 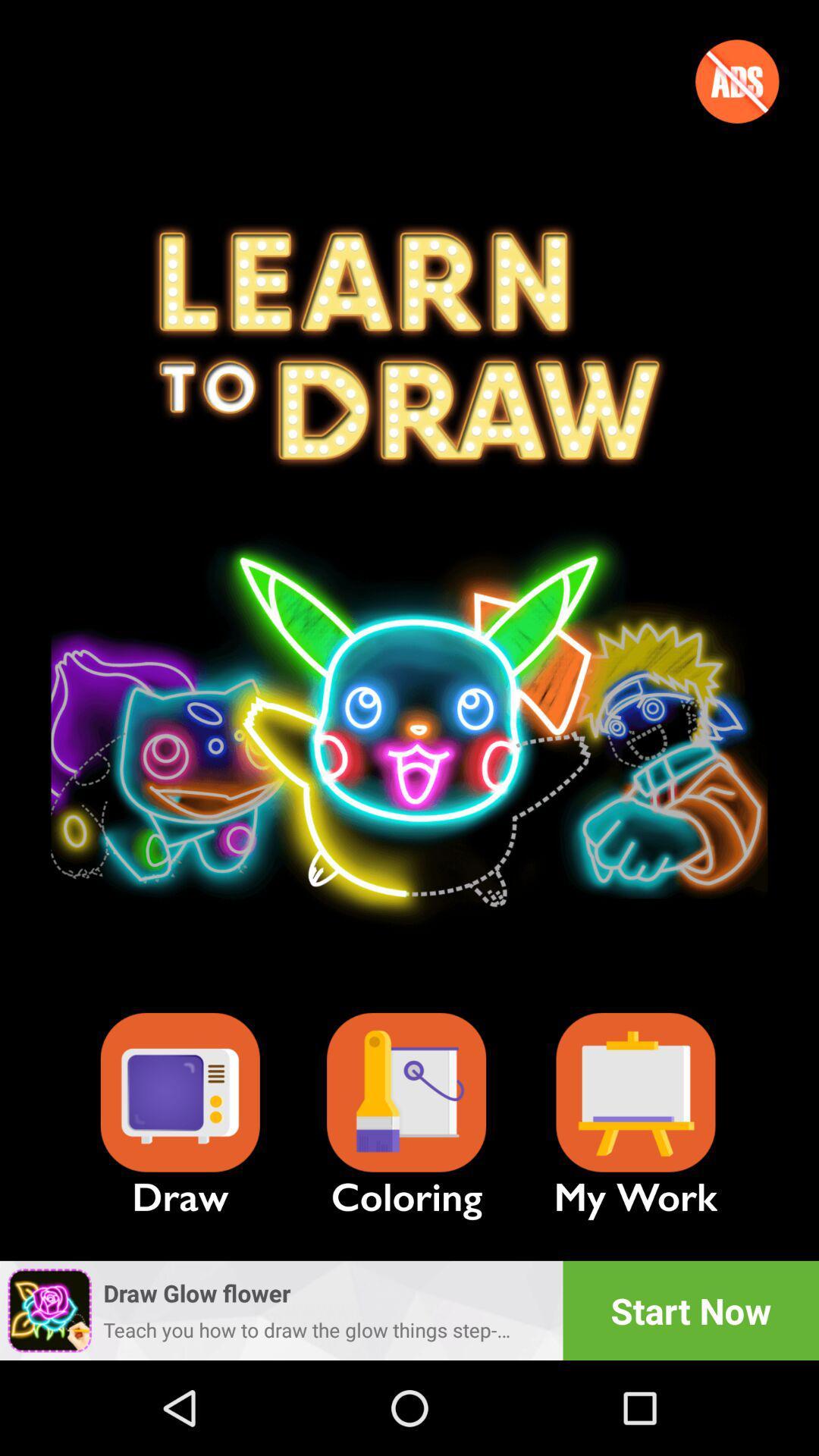 What do you see at coordinates (406, 1093) in the screenshot?
I see `pick` at bounding box center [406, 1093].